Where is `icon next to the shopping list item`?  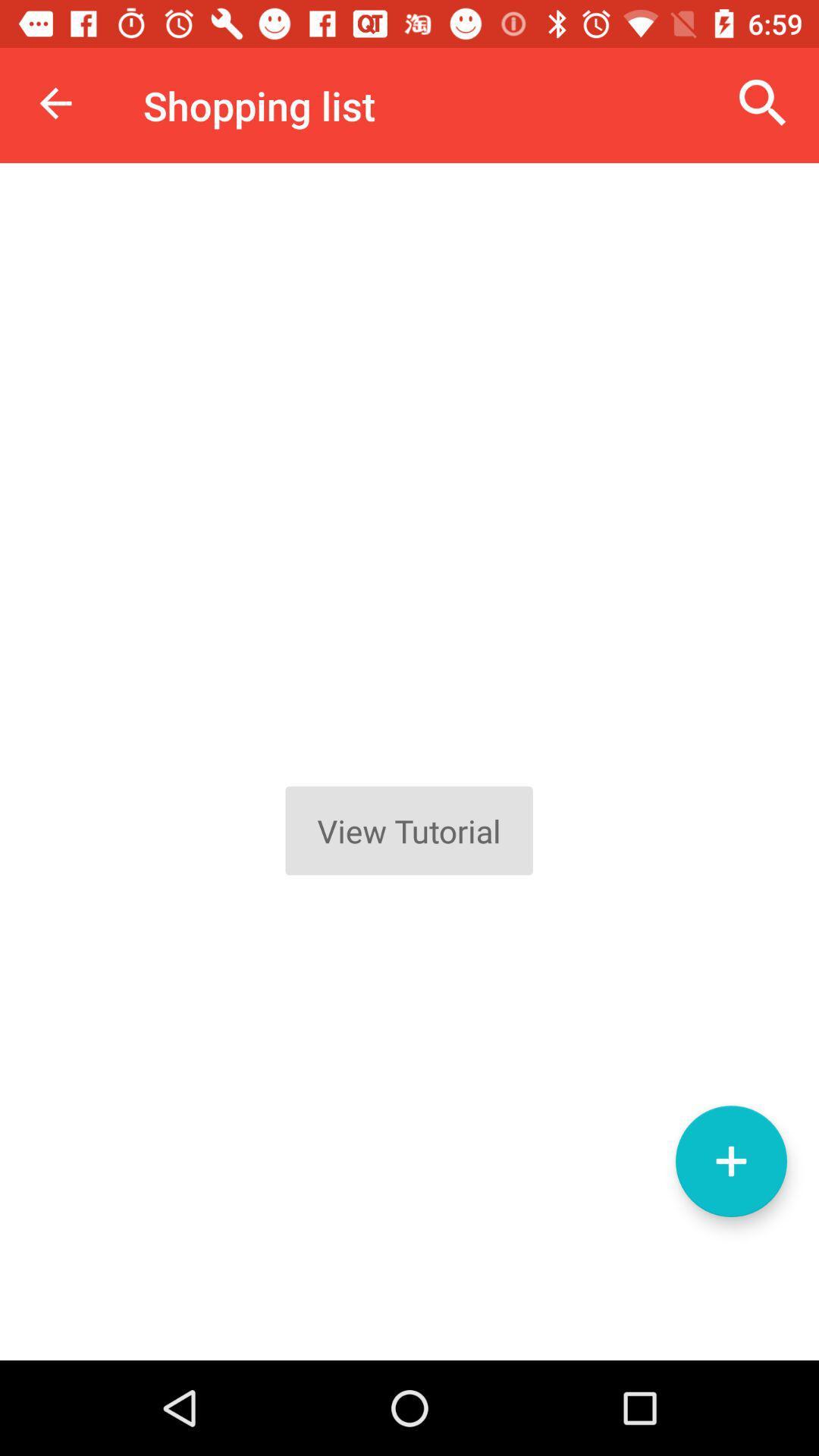
icon next to the shopping list item is located at coordinates (763, 102).